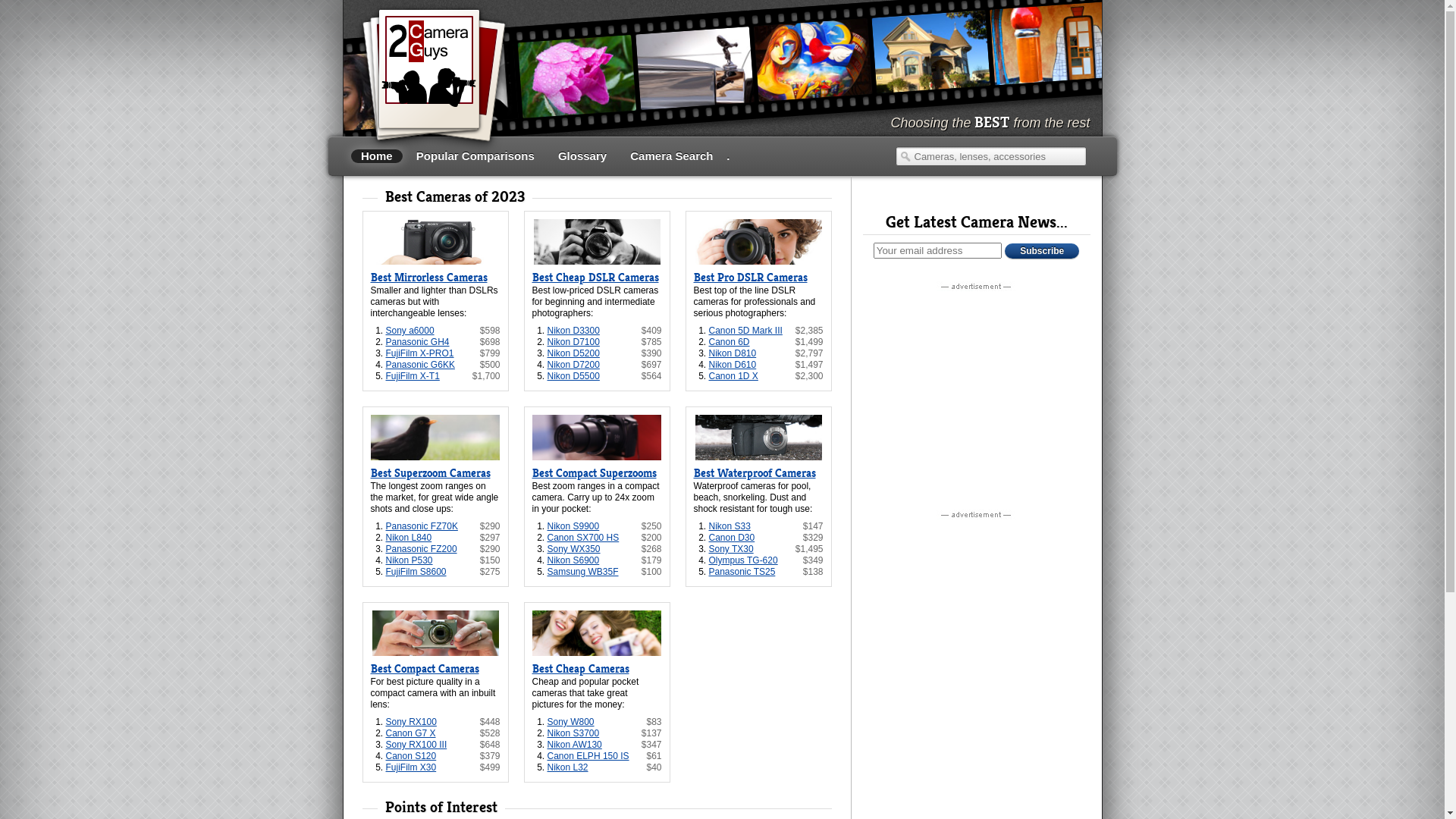 This screenshot has width=1456, height=819. What do you see at coordinates (573, 365) in the screenshot?
I see `'Nikon D7200'` at bounding box center [573, 365].